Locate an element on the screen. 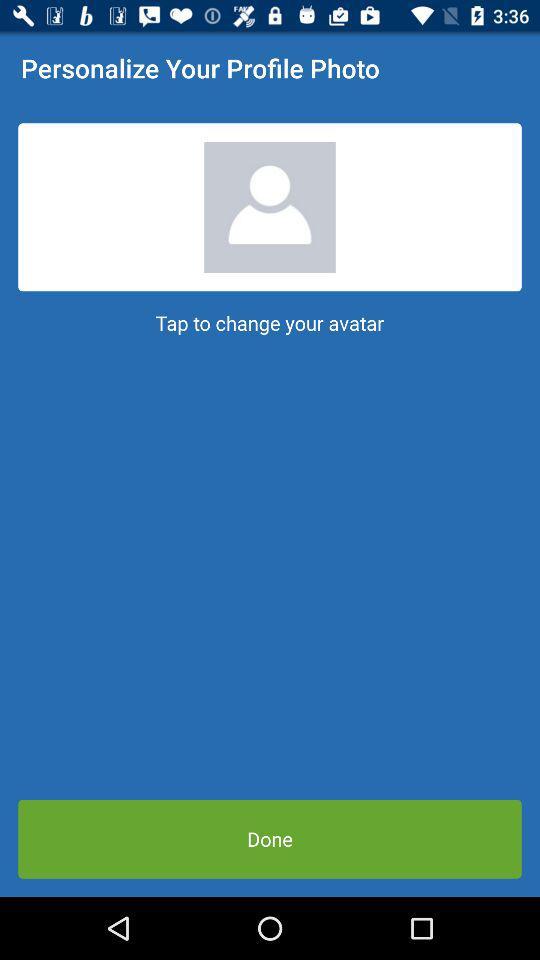  done item is located at coordinates (270, 839).